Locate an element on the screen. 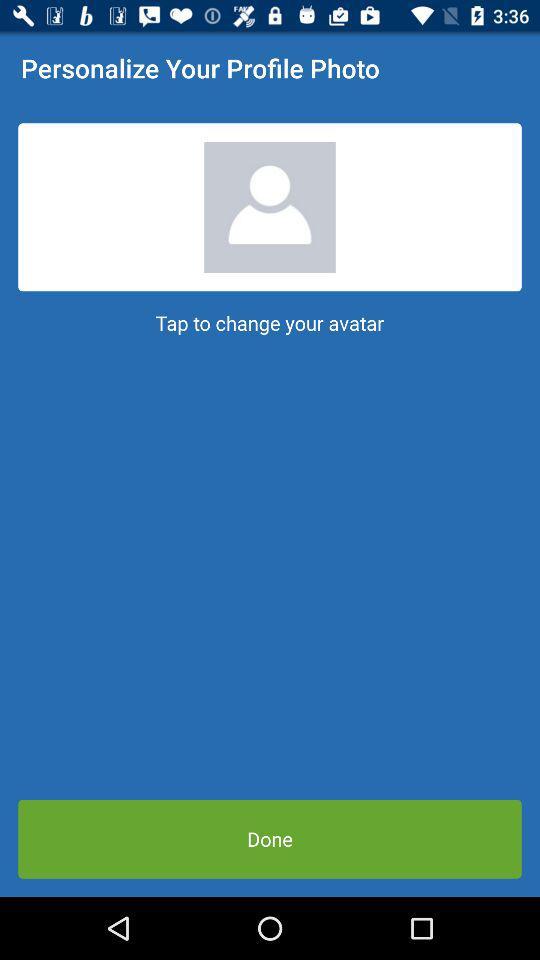  done item is located at coordinates (270, 839).